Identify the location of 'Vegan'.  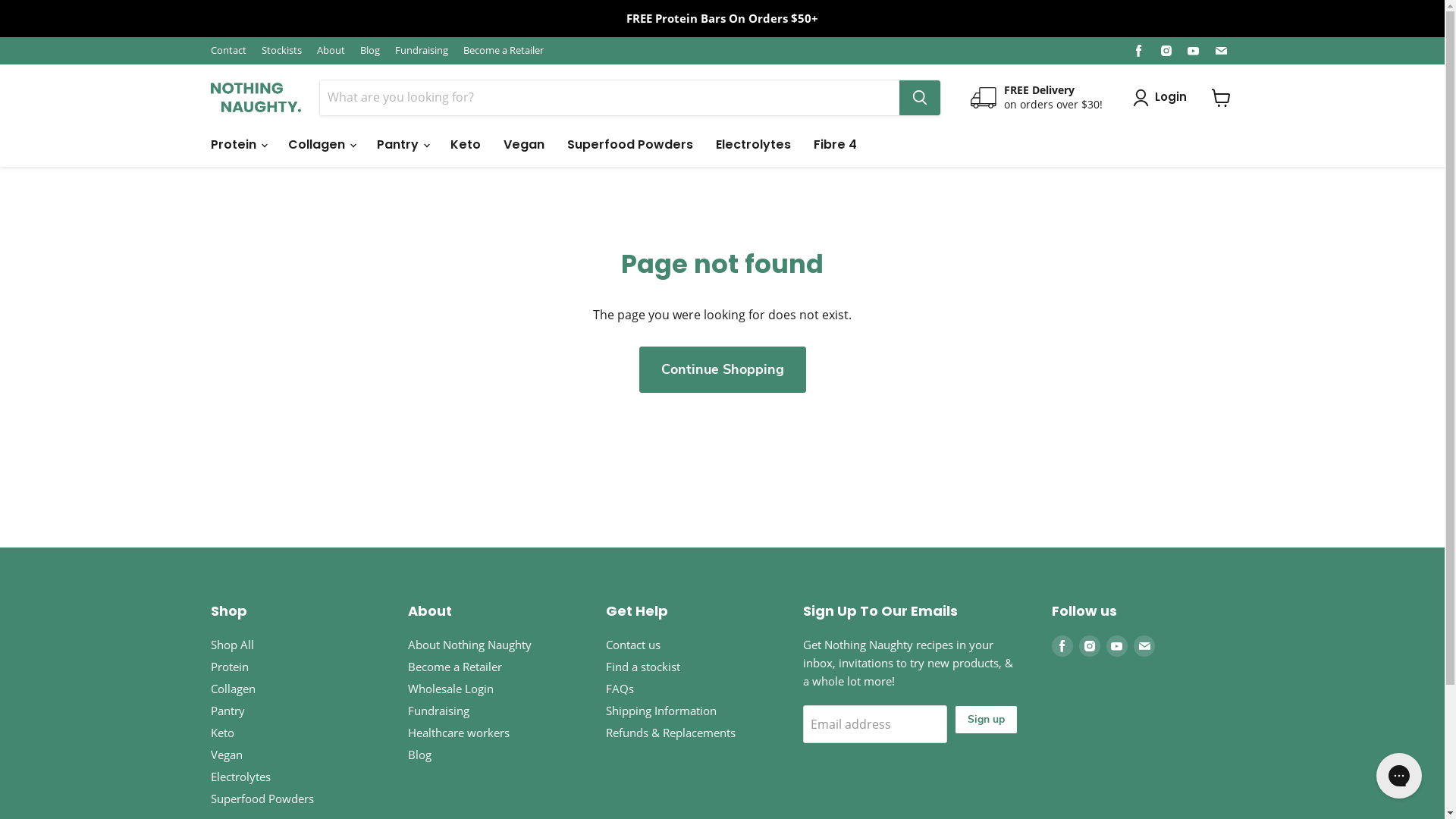
(225, 755).